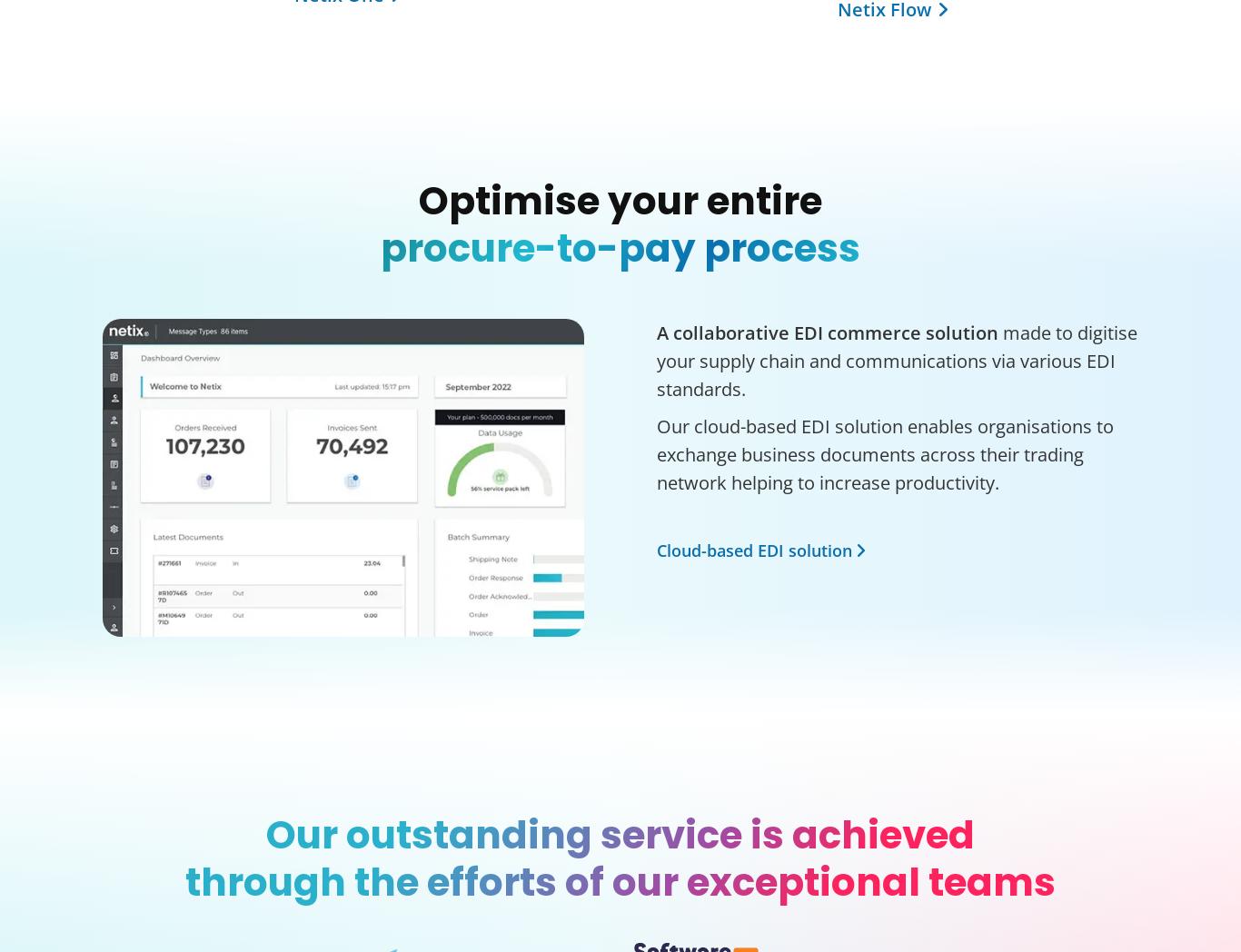 The height and width of the screenshot is (952, 1241). I want to click on 'Consultancy', so click(685, 421).